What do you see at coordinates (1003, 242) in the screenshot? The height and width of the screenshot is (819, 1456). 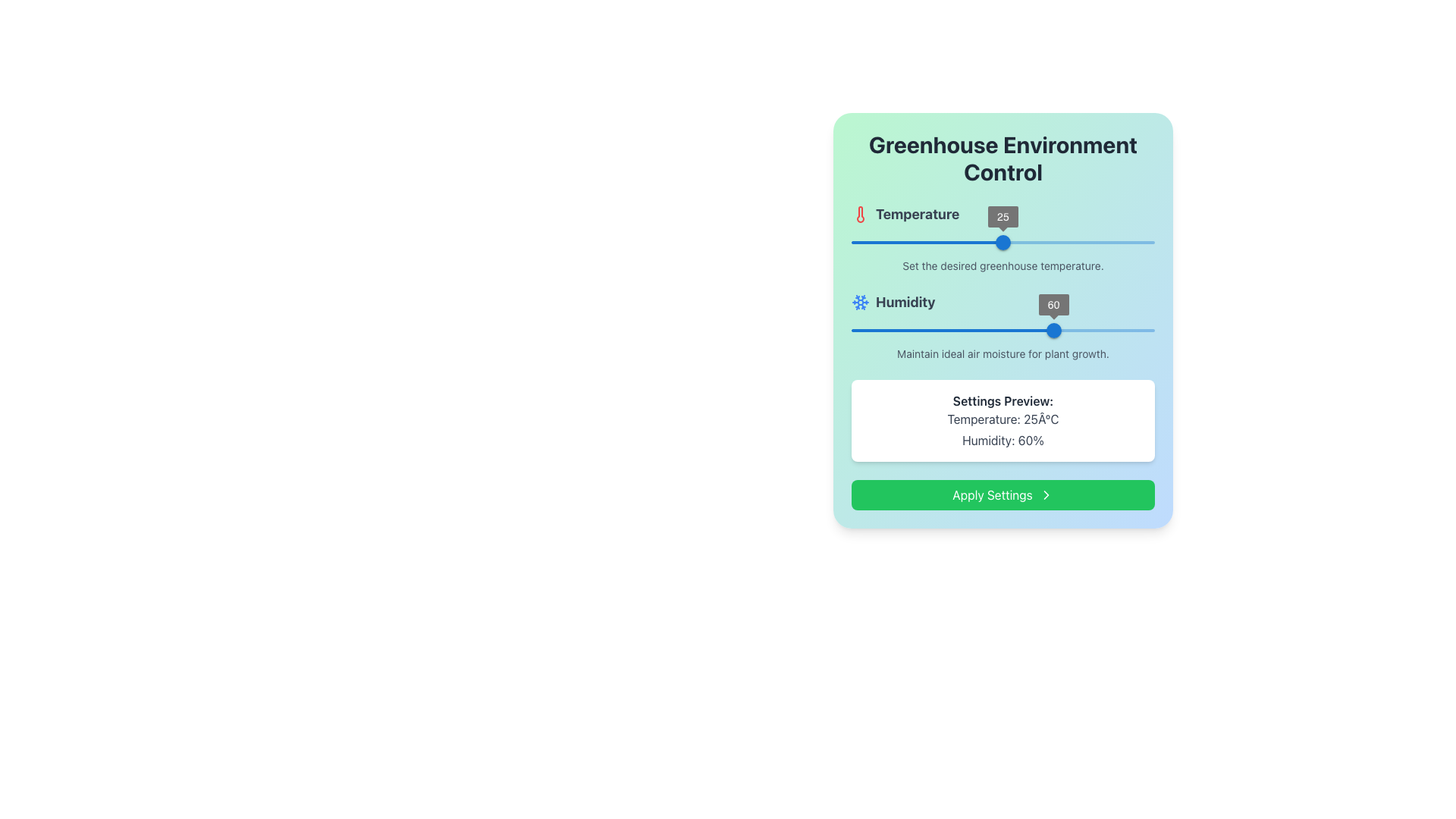 I see `the red horizontal slider rail for temperature adjustment located at the top of the interface panel` at bounding box center [1003, 242].